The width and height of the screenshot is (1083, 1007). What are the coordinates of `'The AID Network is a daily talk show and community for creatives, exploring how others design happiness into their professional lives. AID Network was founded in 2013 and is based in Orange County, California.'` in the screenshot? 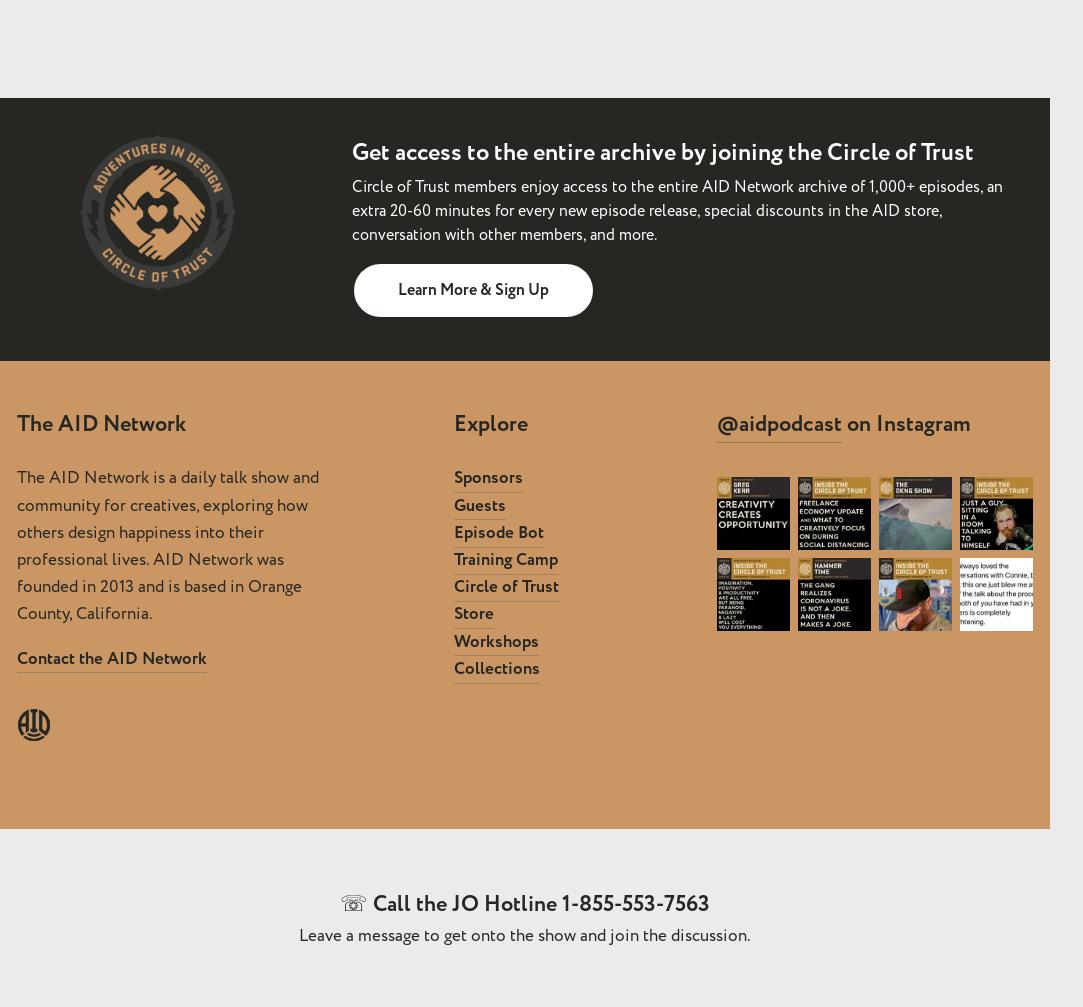 It's located at (170, 545).